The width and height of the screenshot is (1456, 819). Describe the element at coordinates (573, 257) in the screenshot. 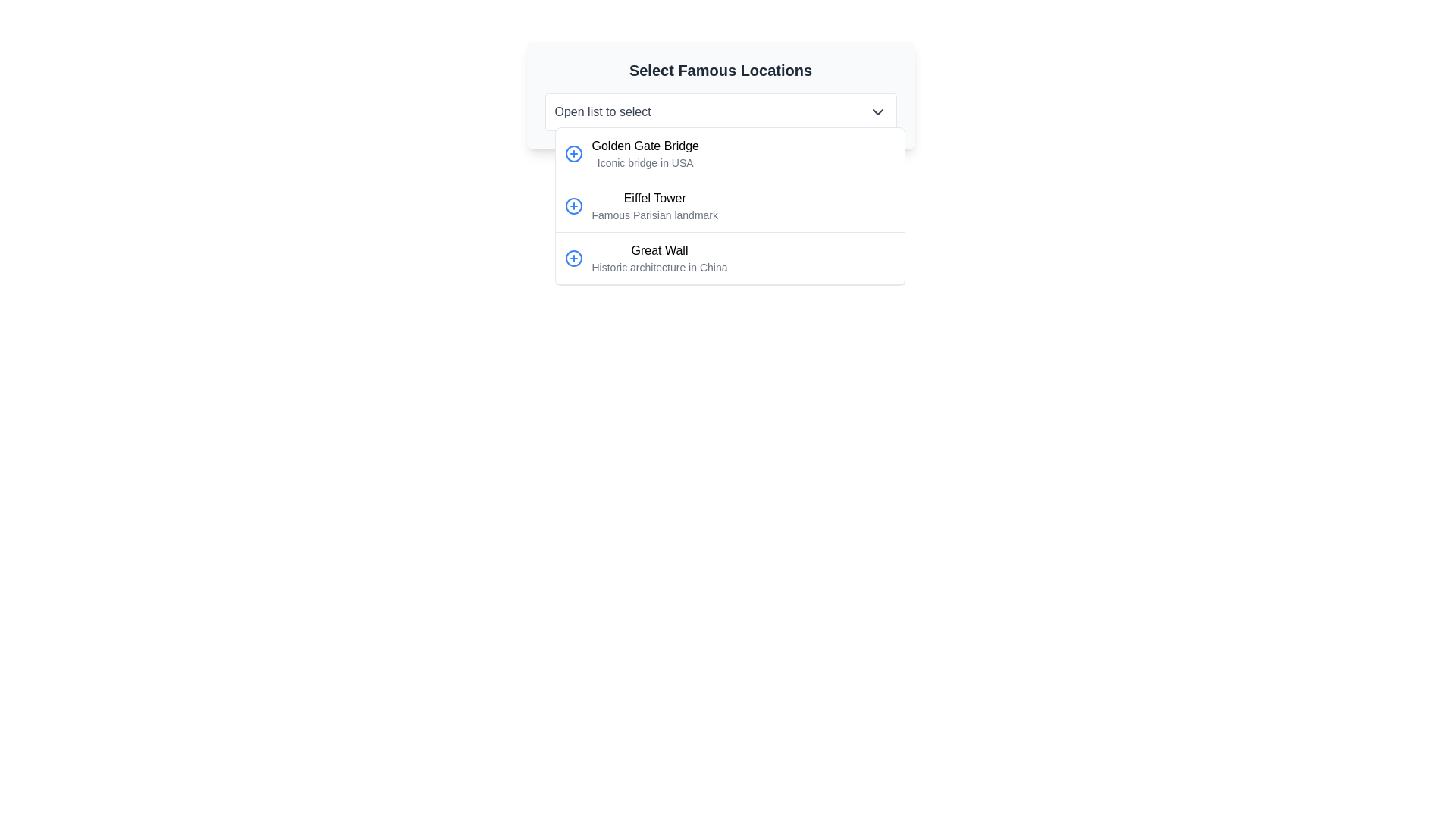

I see `the blue circular Circle Plus Icon Button with a plus sign located to the left of the 'Great Wall' entry title to initiate an add action` at that location.